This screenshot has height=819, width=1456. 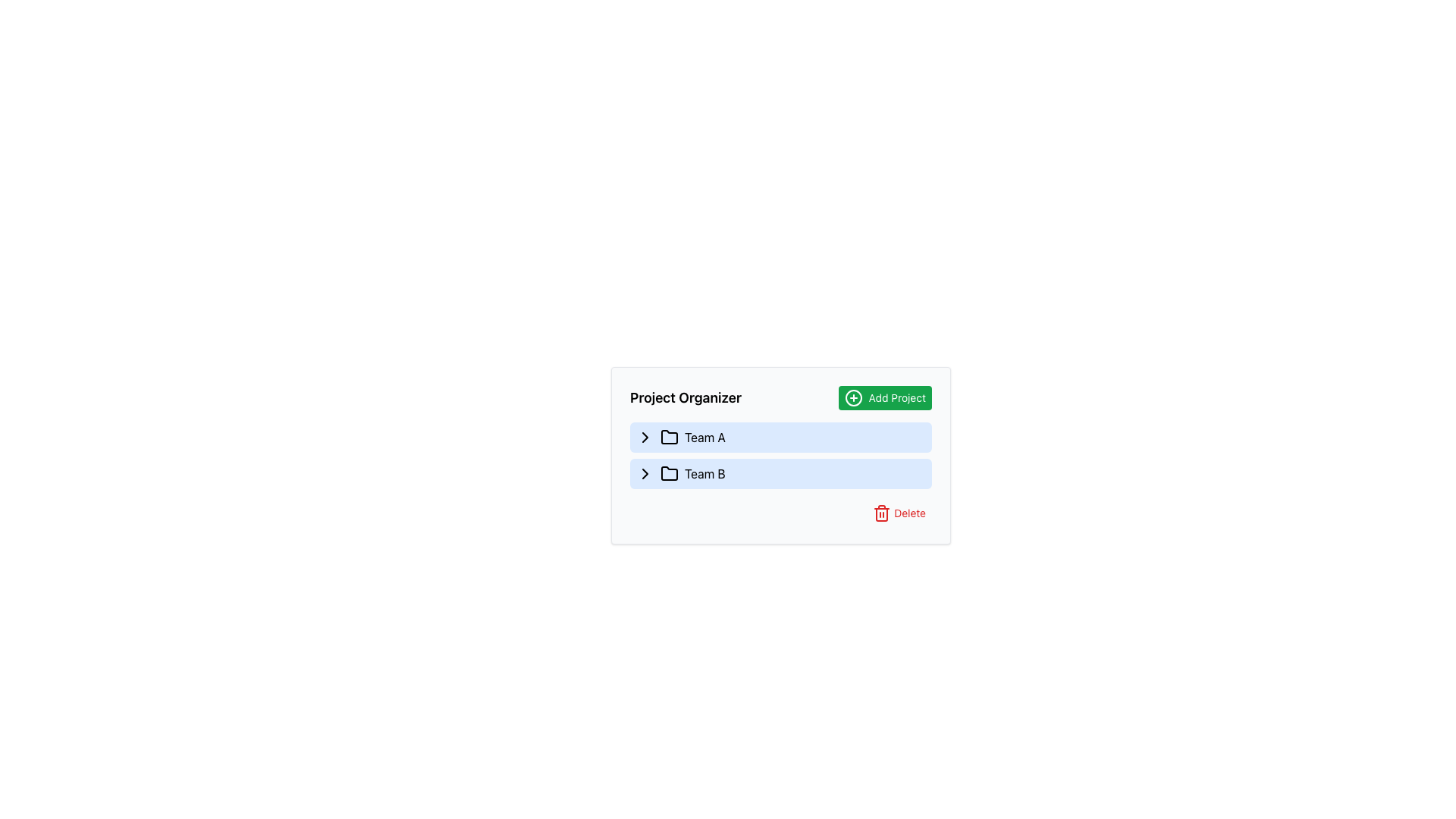 I want to click on the folder icon with a blue background and black stroke located in the 'Team B' list item, so click(x=669, y=472).